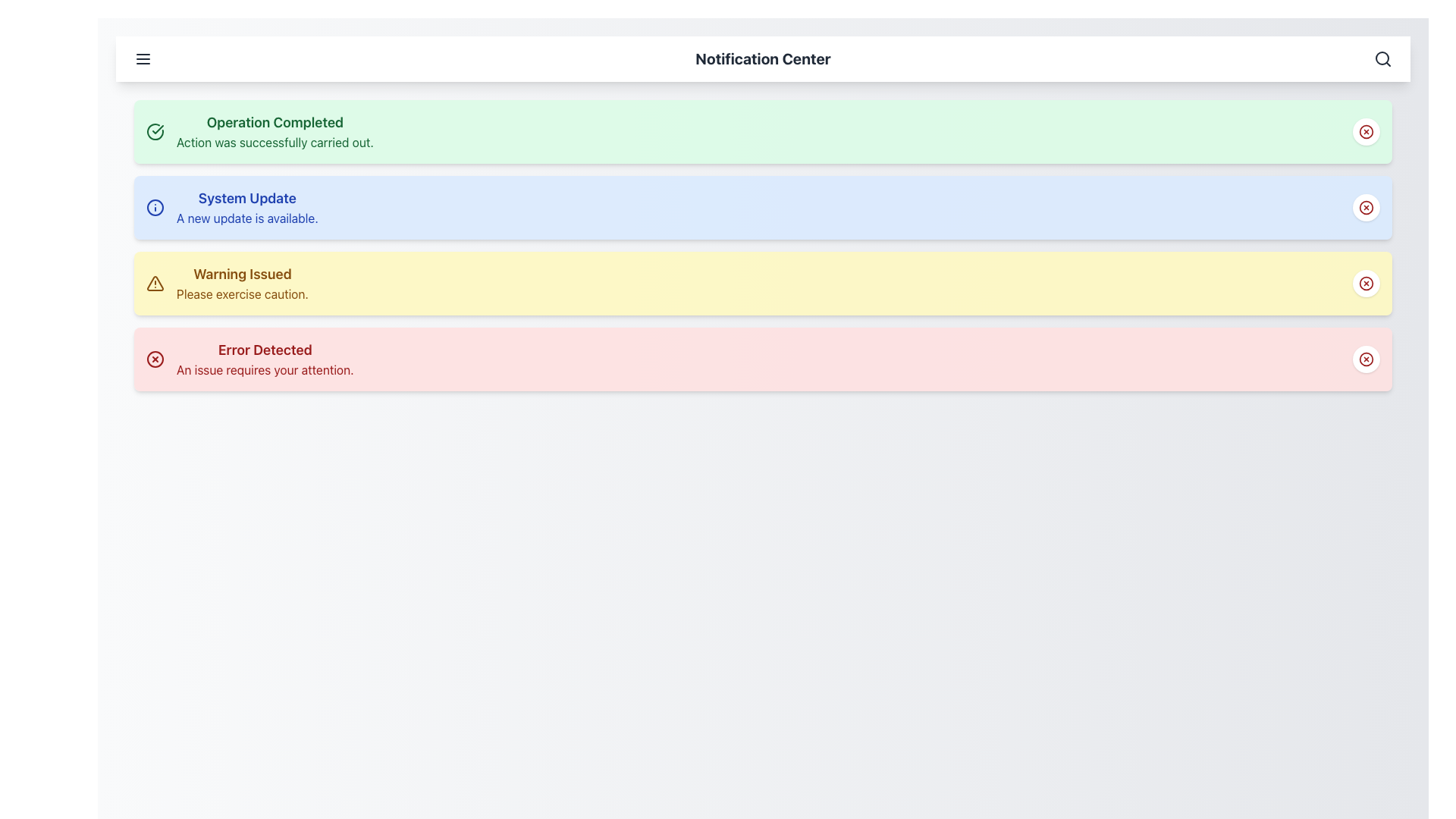  What do you see at coordinates (241, 284) in the screenshot?
I see `the informational notification text element that alerts users to exercise caution, located in the third row of notification cards between 'System Update' and 'Error Detected'` at bounding box center [241, 284].